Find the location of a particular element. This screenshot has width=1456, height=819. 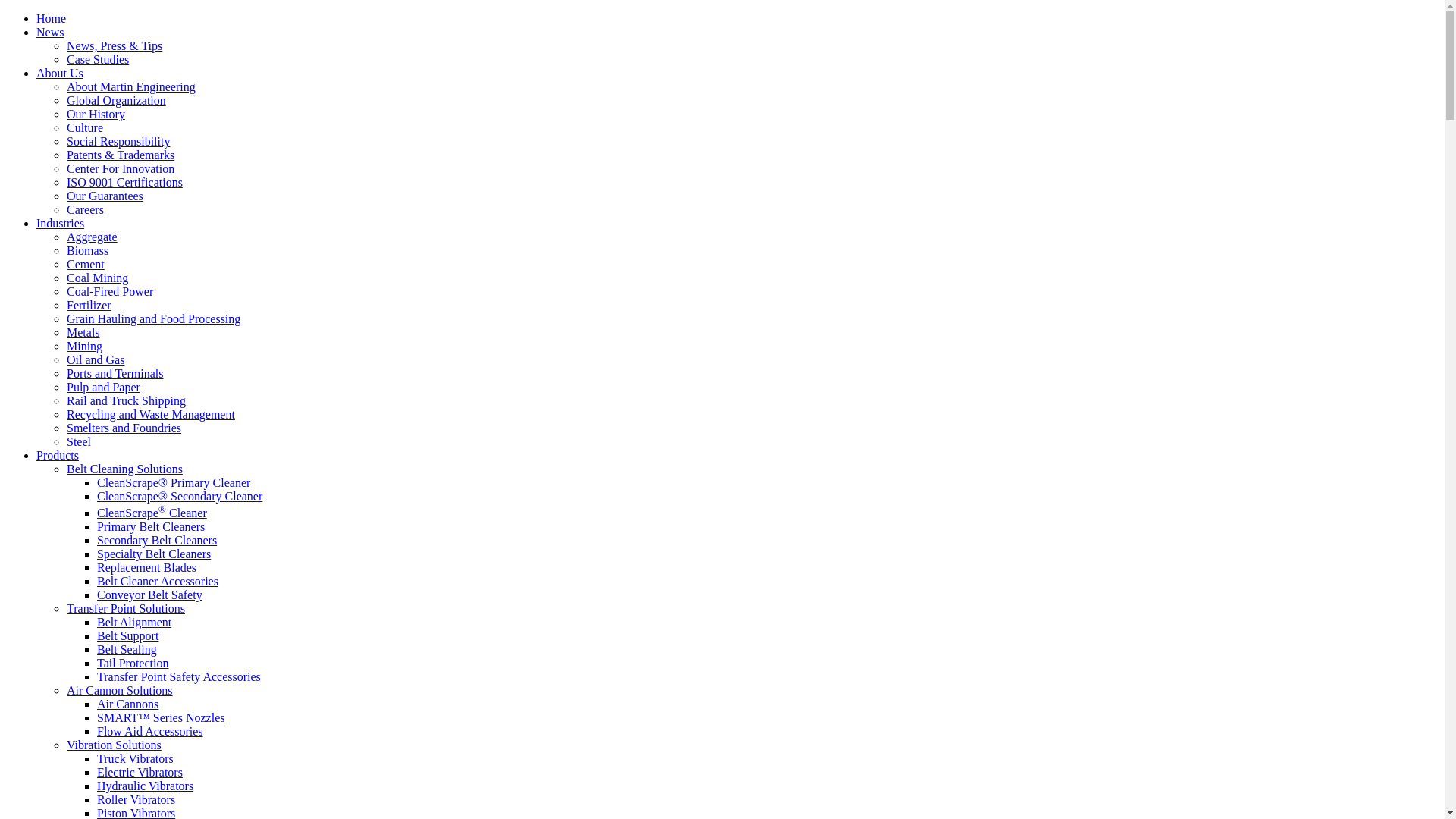

'Global Organization' is located at coordinates (115, 100).